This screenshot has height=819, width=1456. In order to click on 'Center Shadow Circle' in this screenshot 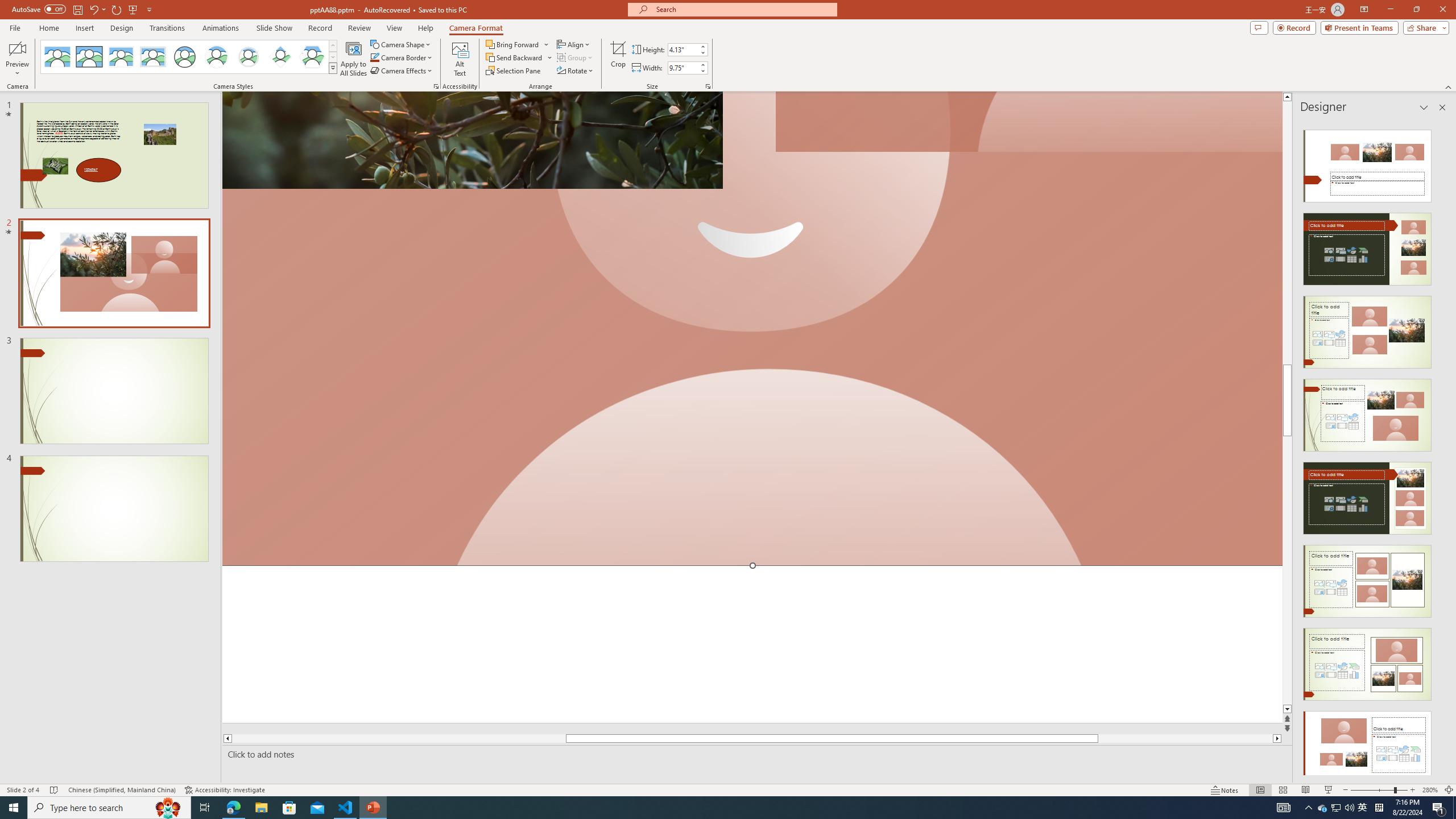, I will do `click(216, 56)`.